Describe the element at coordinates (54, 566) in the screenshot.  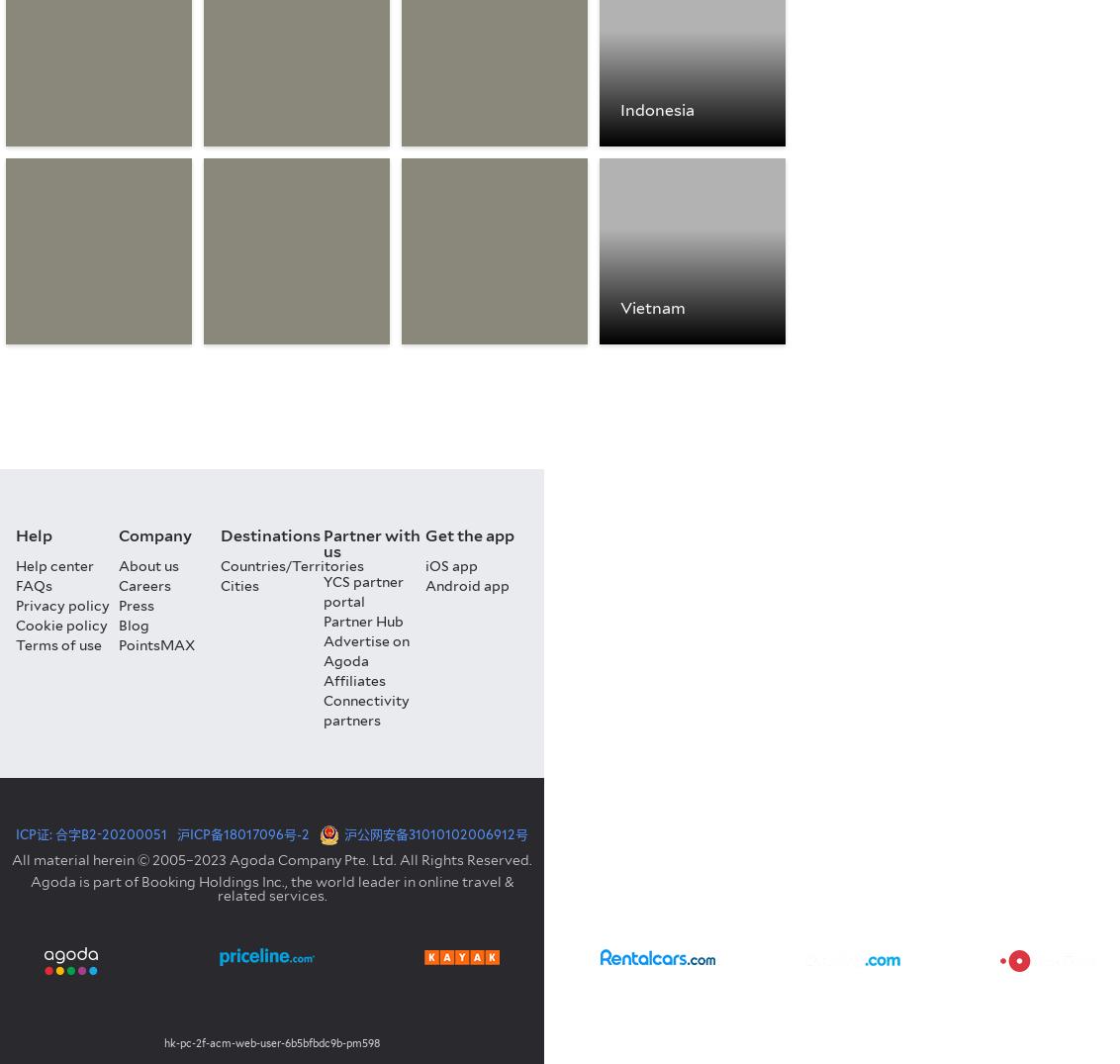
I see `'Help center'` at that location.